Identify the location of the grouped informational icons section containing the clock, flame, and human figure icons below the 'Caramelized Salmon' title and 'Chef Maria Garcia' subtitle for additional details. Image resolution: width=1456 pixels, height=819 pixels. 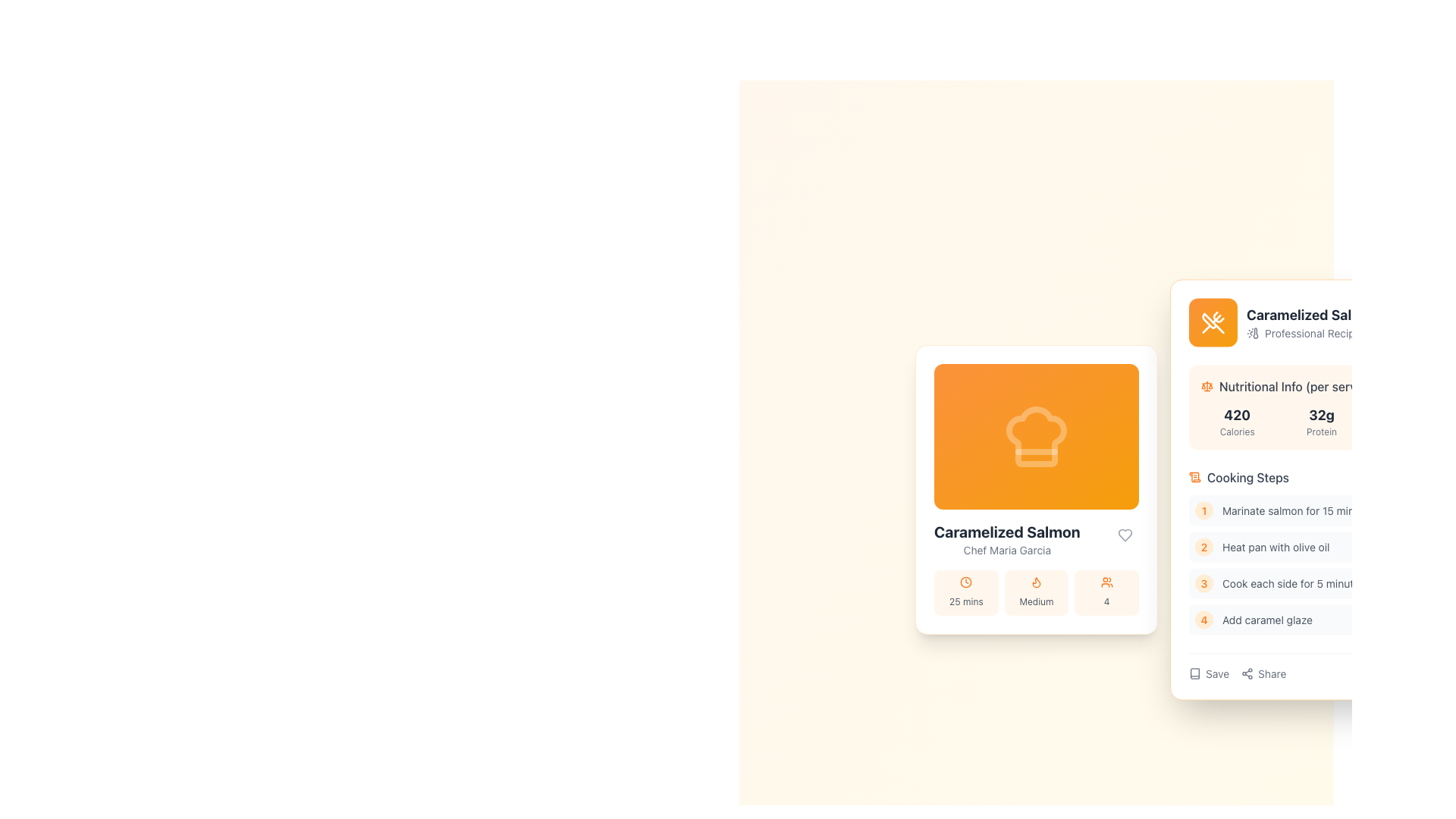
(1036, 568).